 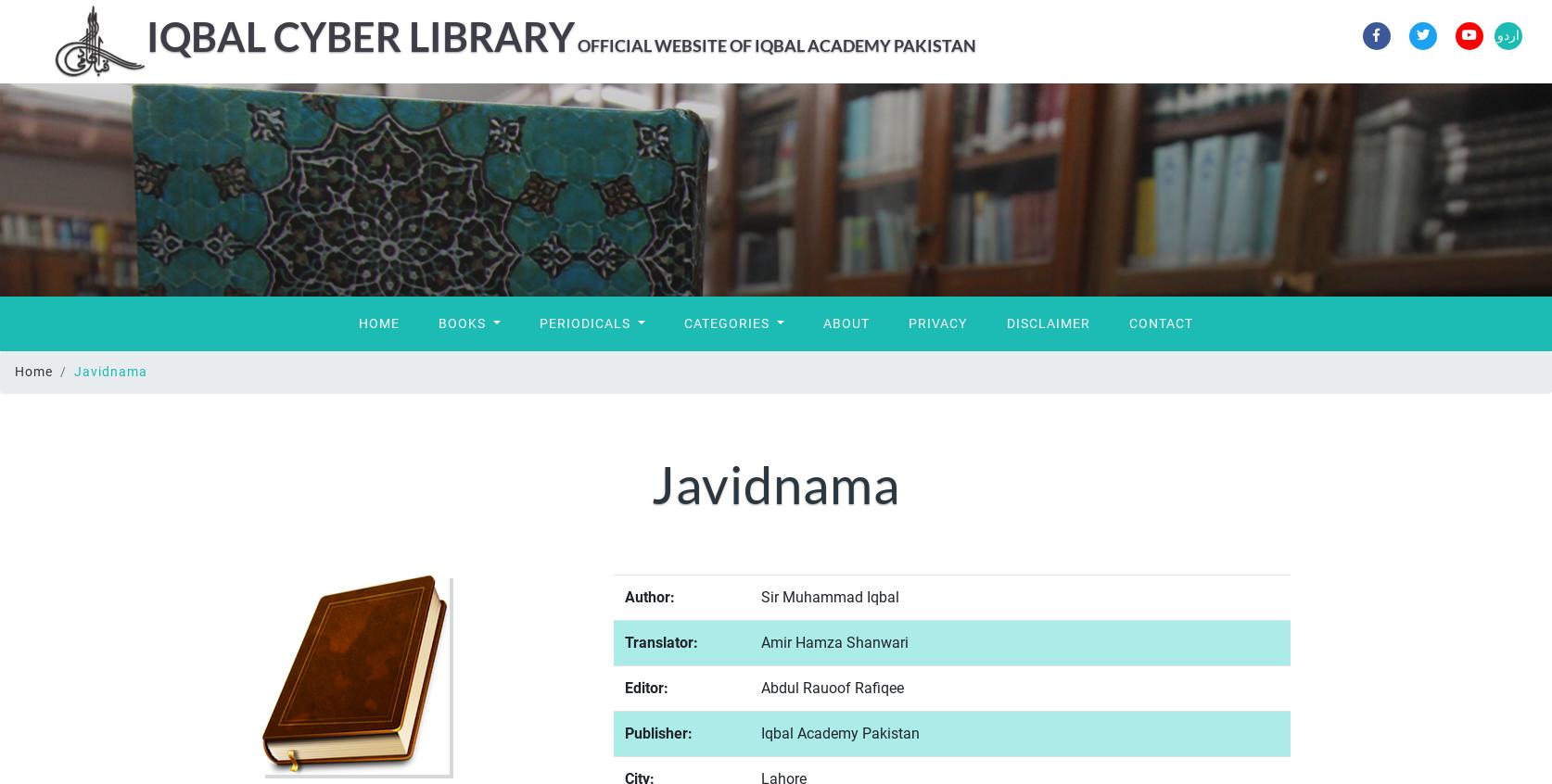 What do you see at coordinates (463, 322) in the screenshot?
I see `'Books'` at bounding box center [463, 322].